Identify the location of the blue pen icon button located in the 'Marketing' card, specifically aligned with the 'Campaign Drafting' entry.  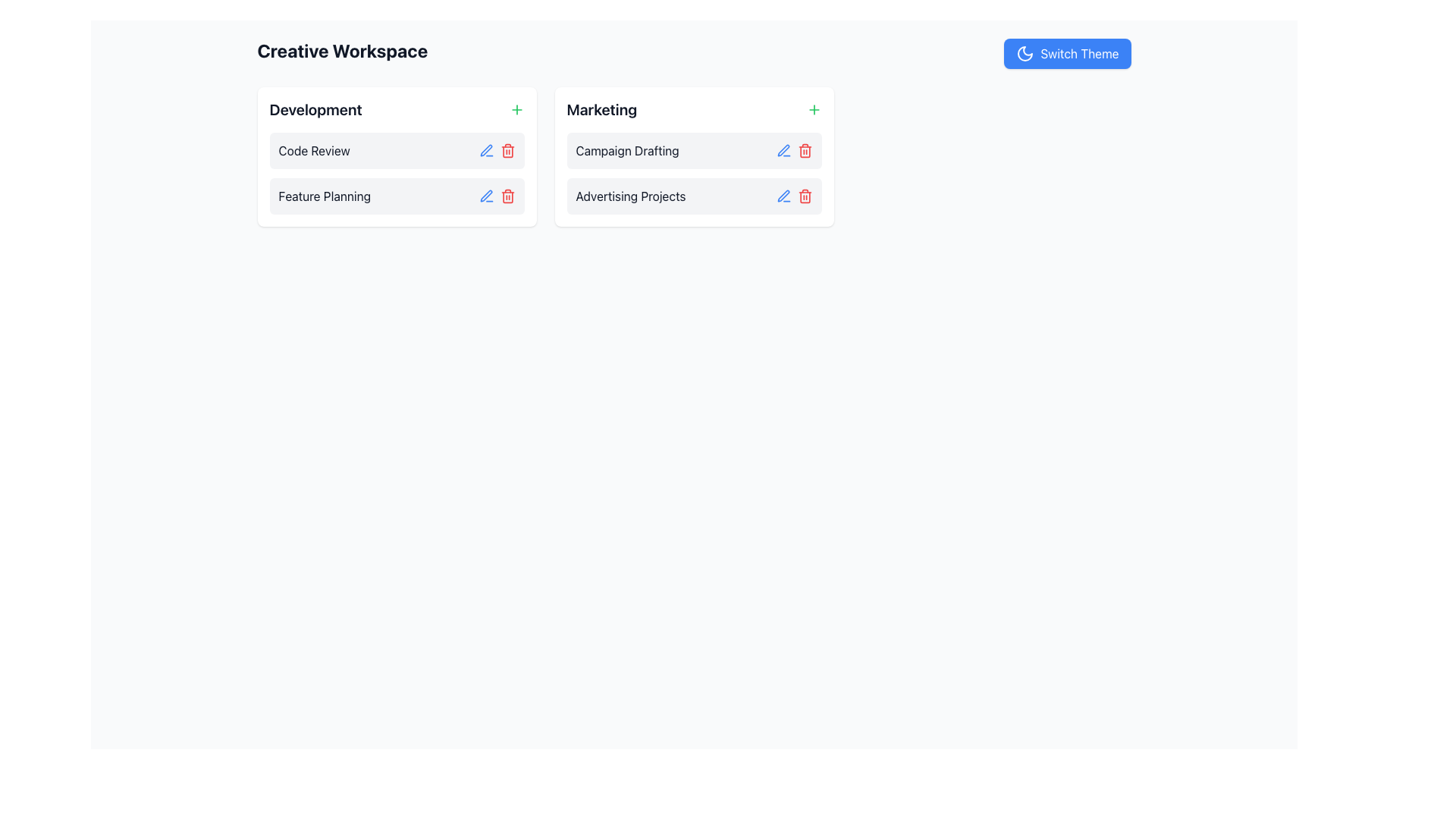
(783, 151).